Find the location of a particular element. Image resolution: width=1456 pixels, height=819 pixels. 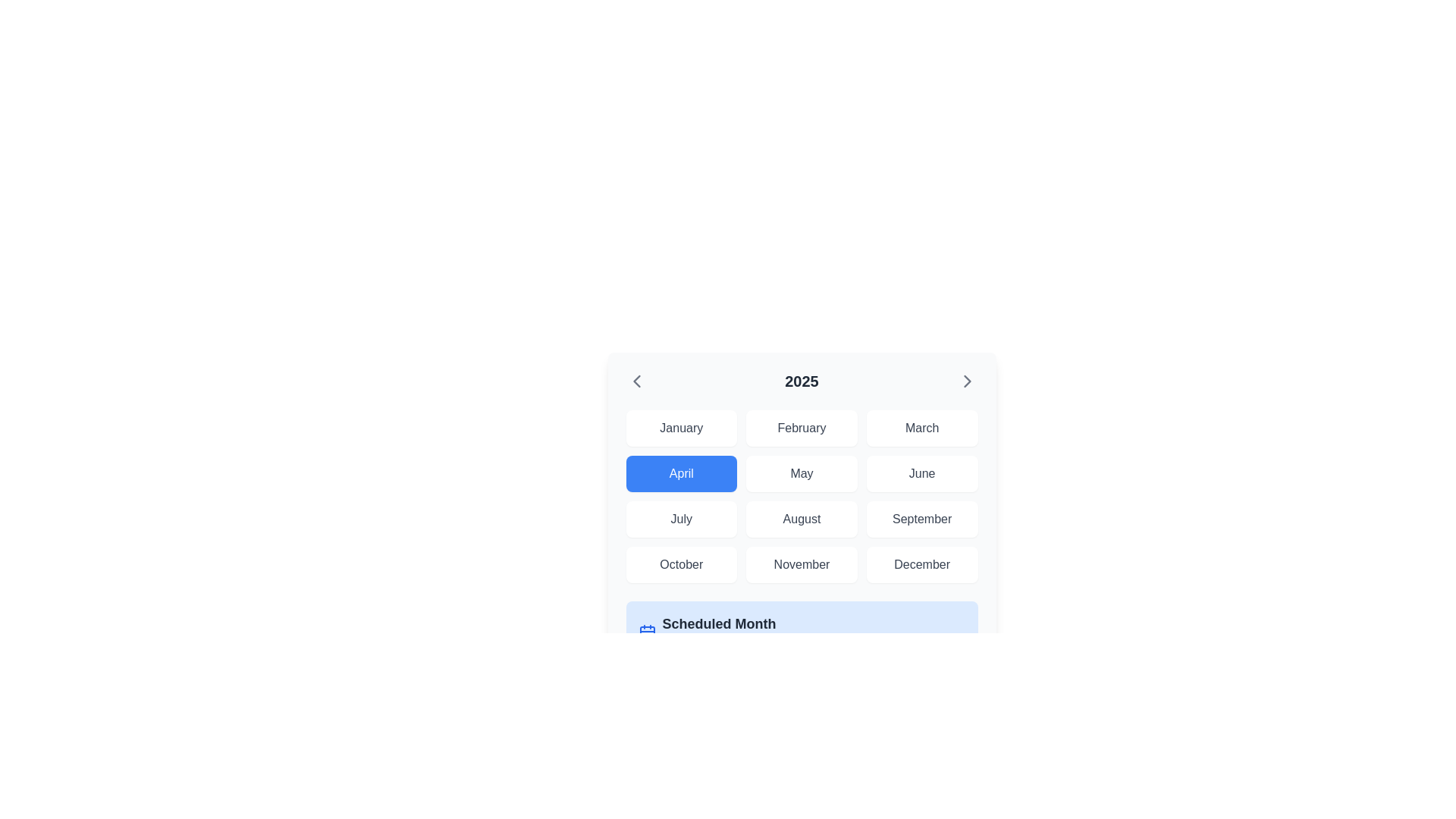

the 'October' button, which is a bold gray text on a white rounded rectangular background located in the bottom-left cell of a 3x4 grid of month names is located at coordinates (679, 564).